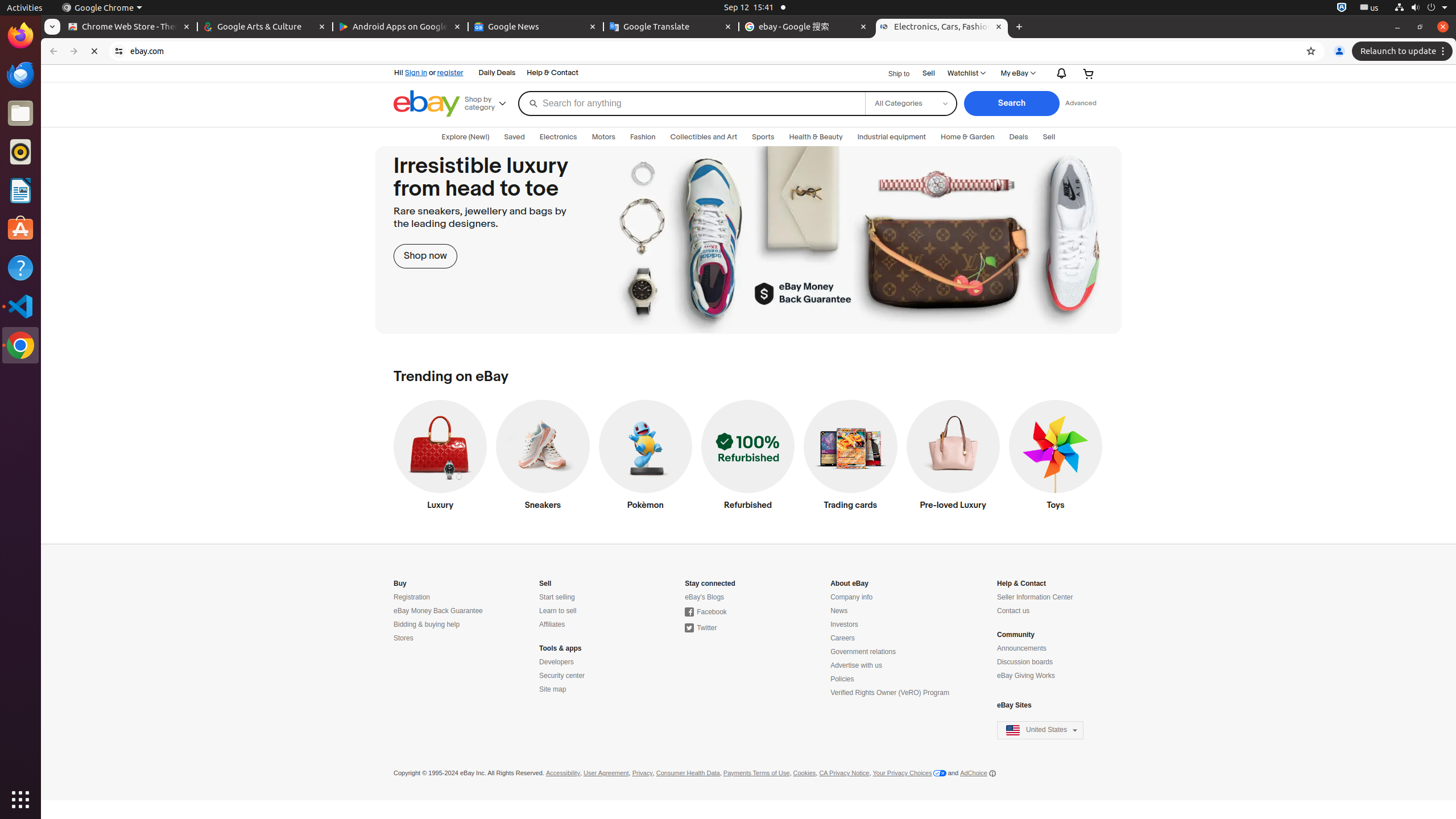  What do you see at coordinates (542, 457) in the screenshot?
I see `'Sneakers'` at bounding box center [542, 457].